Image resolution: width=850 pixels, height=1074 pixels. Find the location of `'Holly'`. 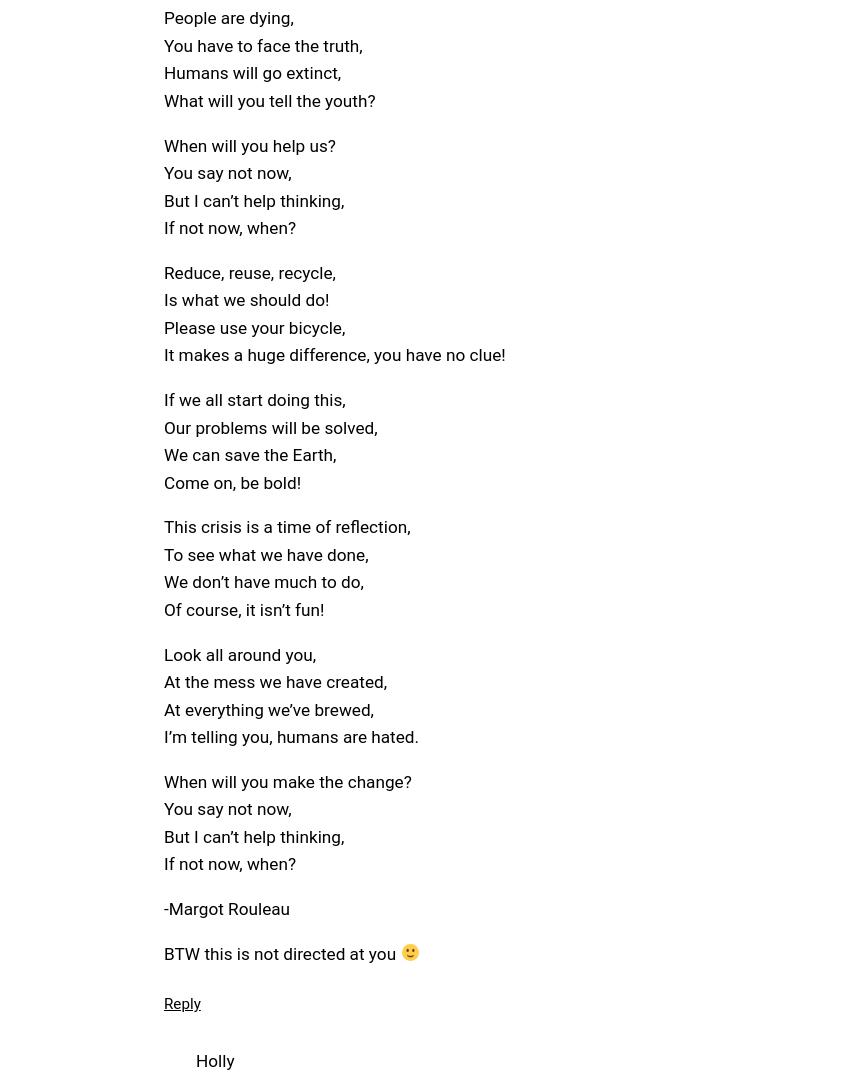

'Holly' is located at coordinates (214, 1060).